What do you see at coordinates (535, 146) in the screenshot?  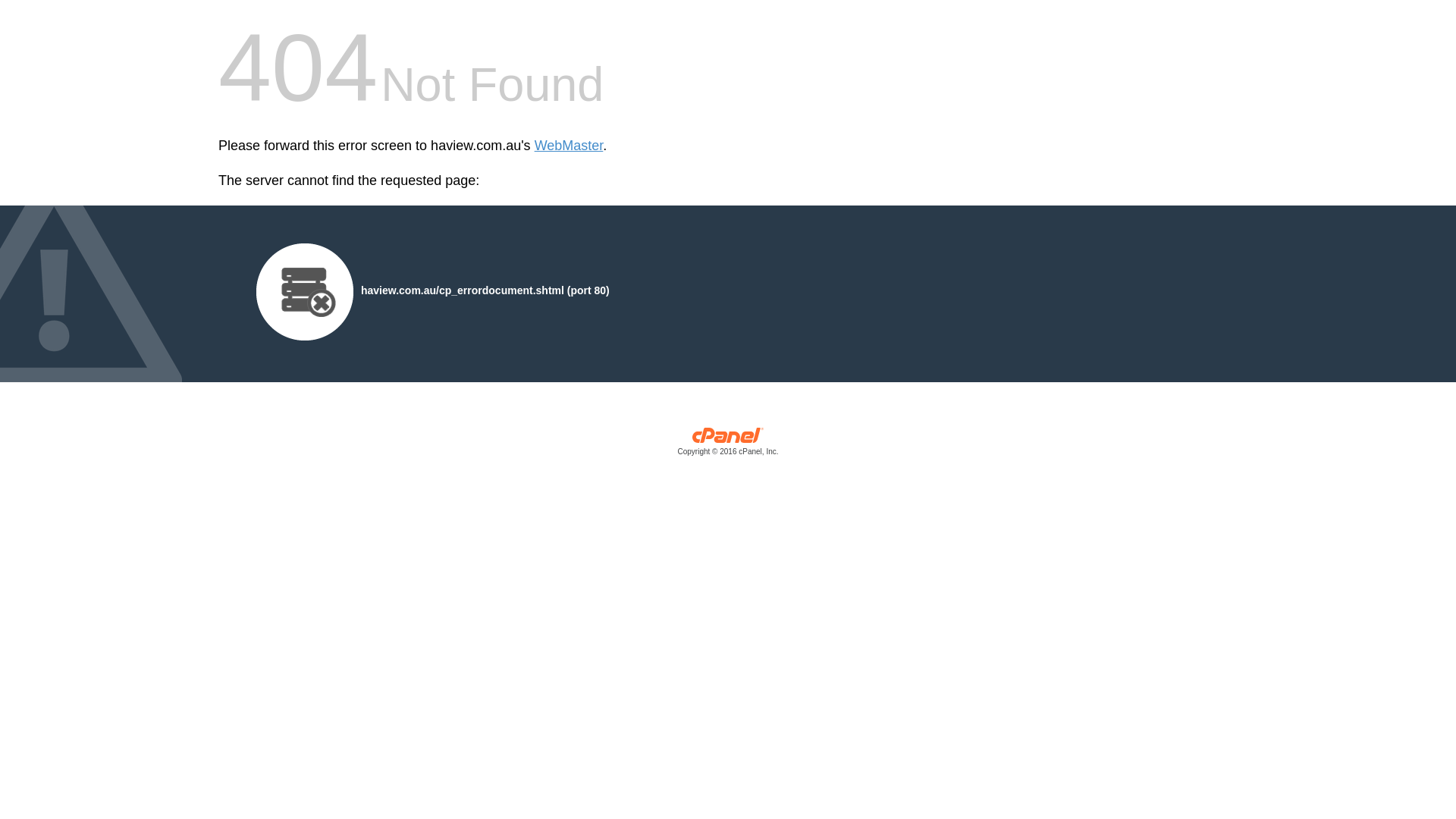 I see `'WebMaster'` at bounding box center [535, 146].